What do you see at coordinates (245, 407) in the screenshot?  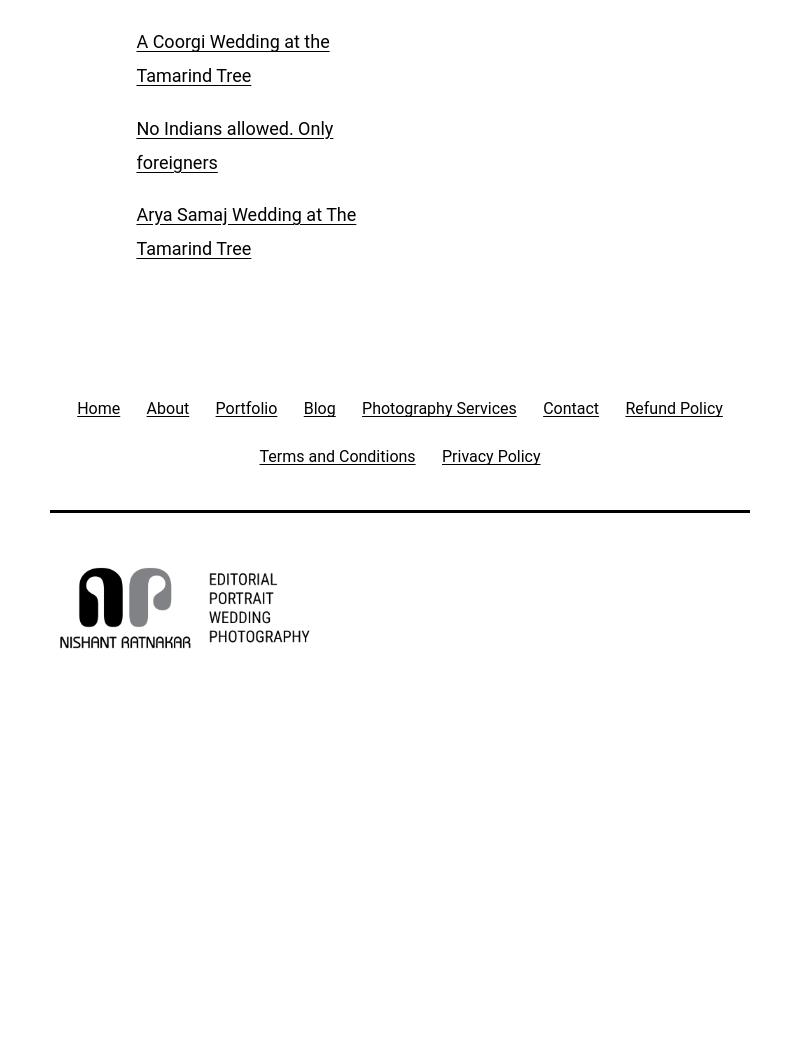 I see `'Portfolio'` at bounding box center [245, 407].